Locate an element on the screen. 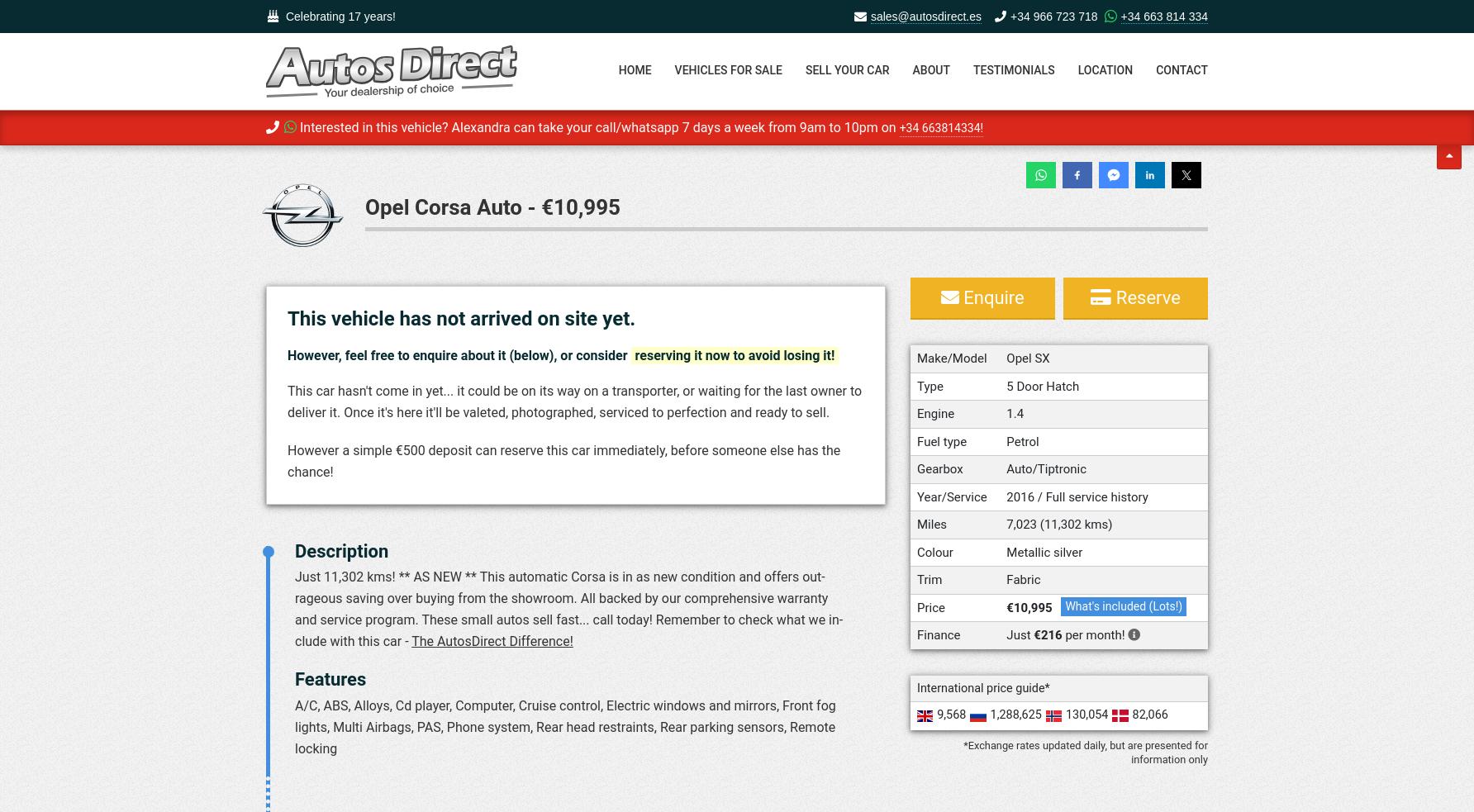  '2016 / Full service history' is located at coordinates (1006, 496).